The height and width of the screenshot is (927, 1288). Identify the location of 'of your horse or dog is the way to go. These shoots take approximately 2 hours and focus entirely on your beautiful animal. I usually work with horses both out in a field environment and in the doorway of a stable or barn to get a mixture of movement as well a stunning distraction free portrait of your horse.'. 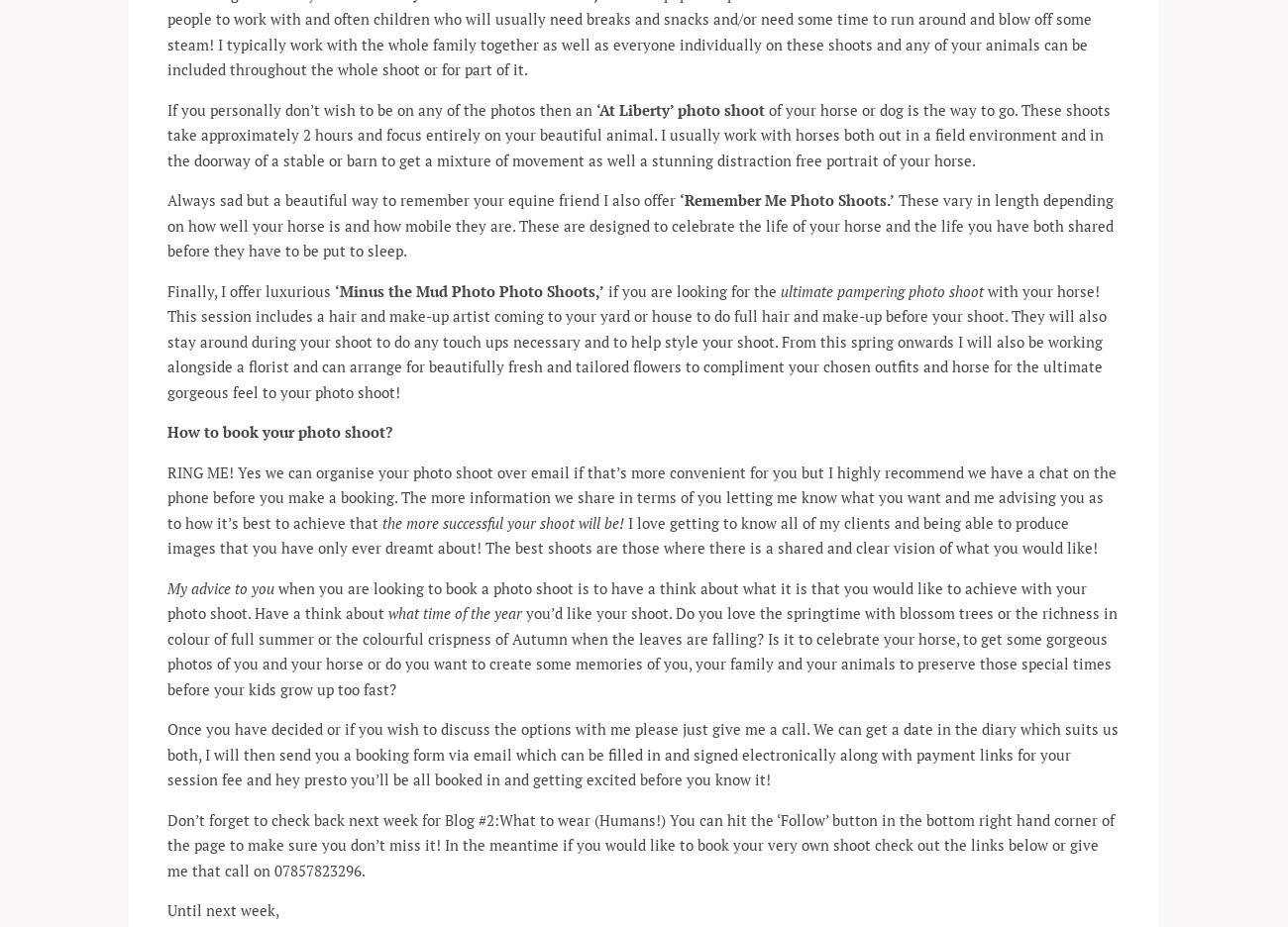
(639, 134).